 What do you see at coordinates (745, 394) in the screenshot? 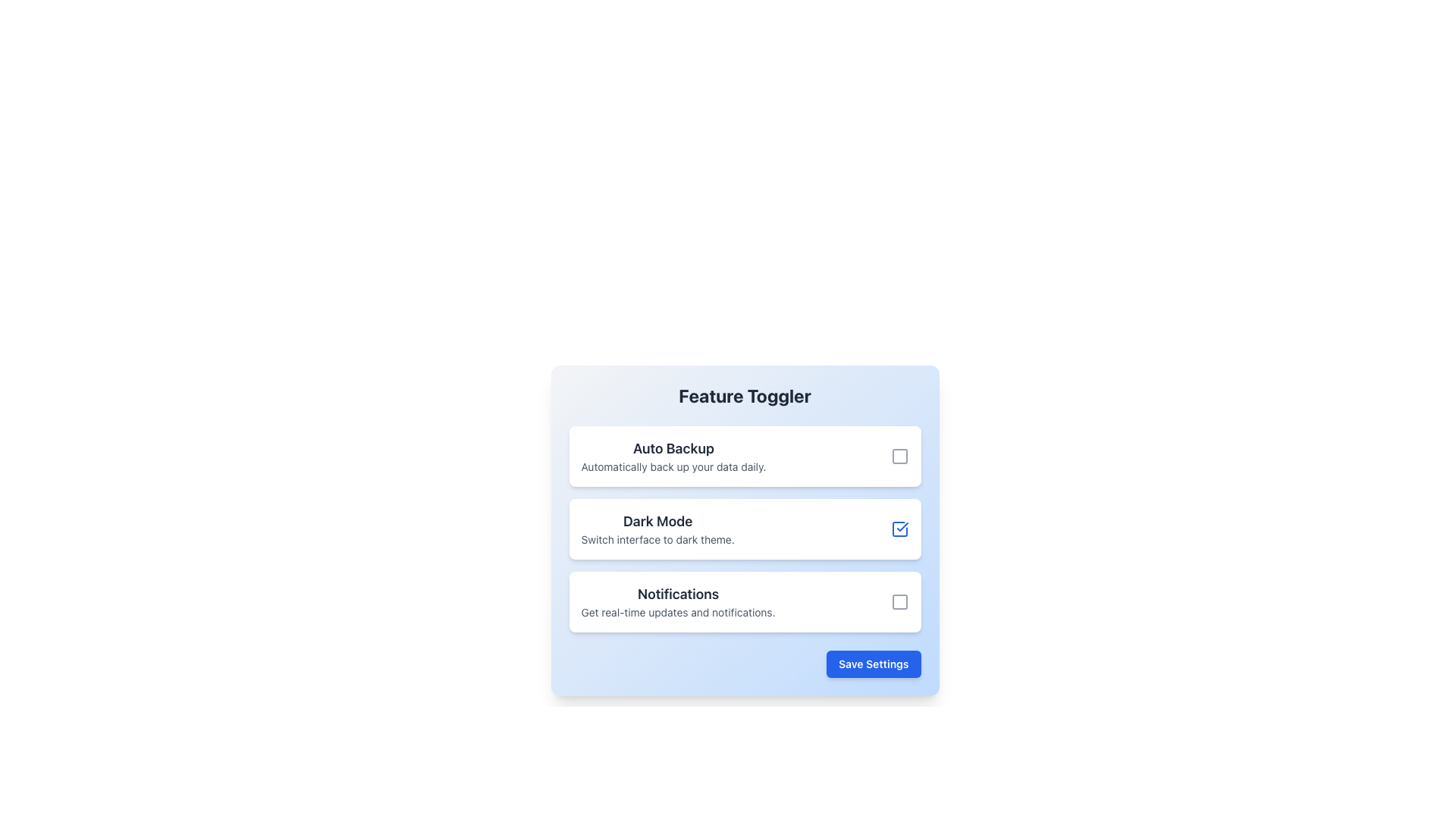
I see `the large, bolded heading text that reads 'Feature Toggler', which is centrally aligned at the top of its section` at bounding box center [745, 394].